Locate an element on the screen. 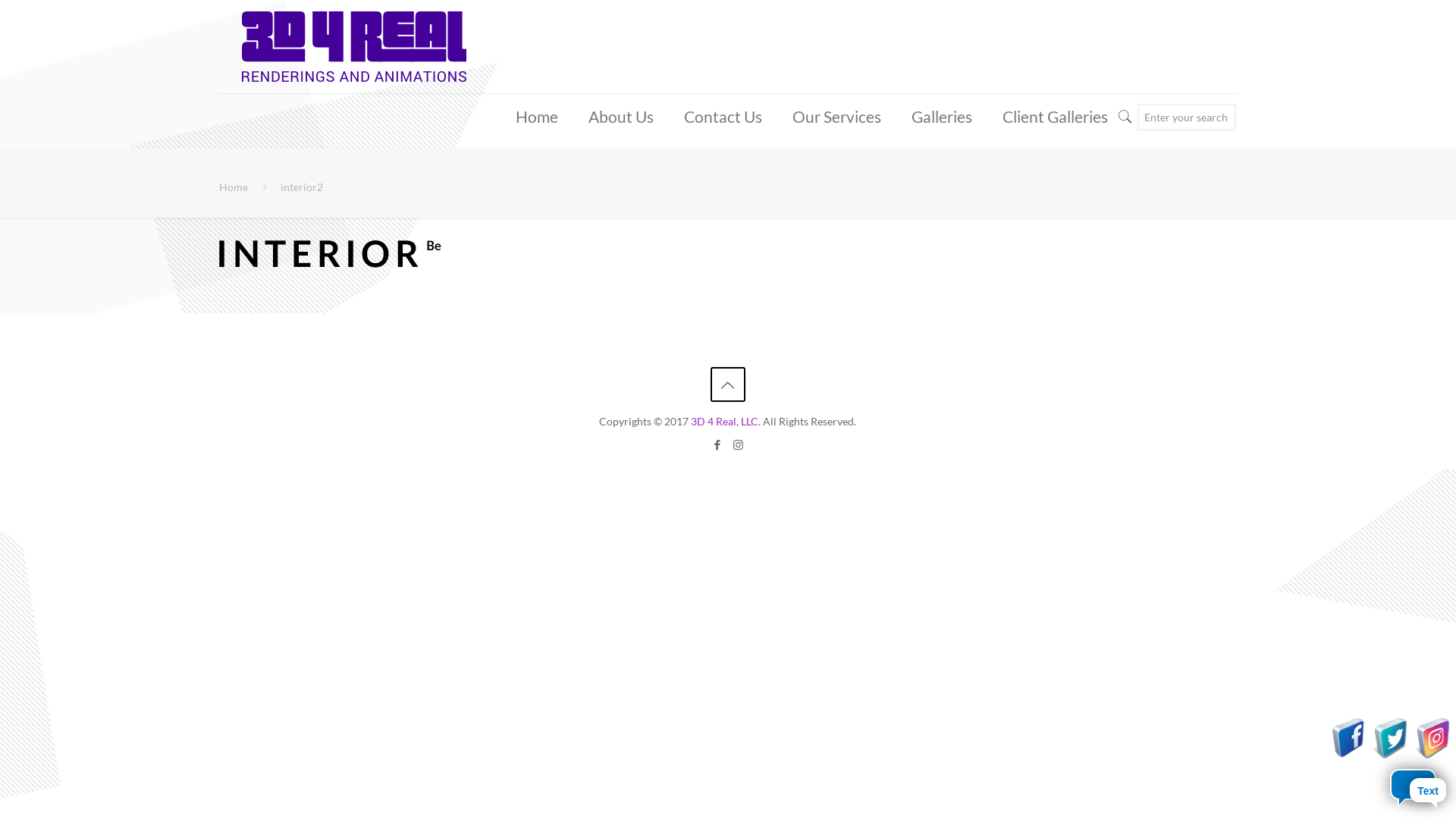 This screenshot has width=1456, height=819. '3D 4 Real Renderings' is located at coordinates (353, 45).